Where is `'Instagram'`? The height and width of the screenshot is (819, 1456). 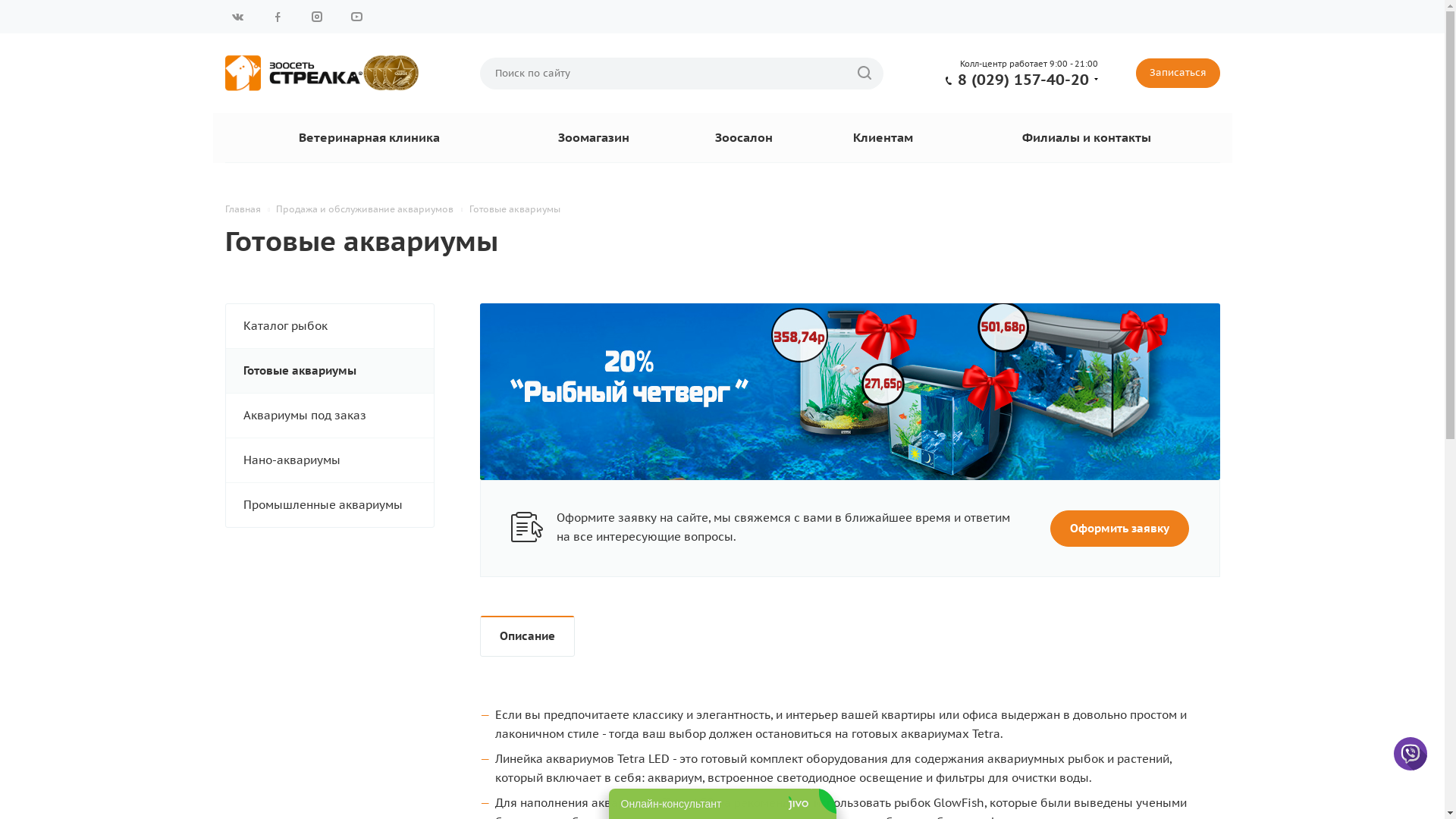
'Instagram' is located at coordinates (315, 17).